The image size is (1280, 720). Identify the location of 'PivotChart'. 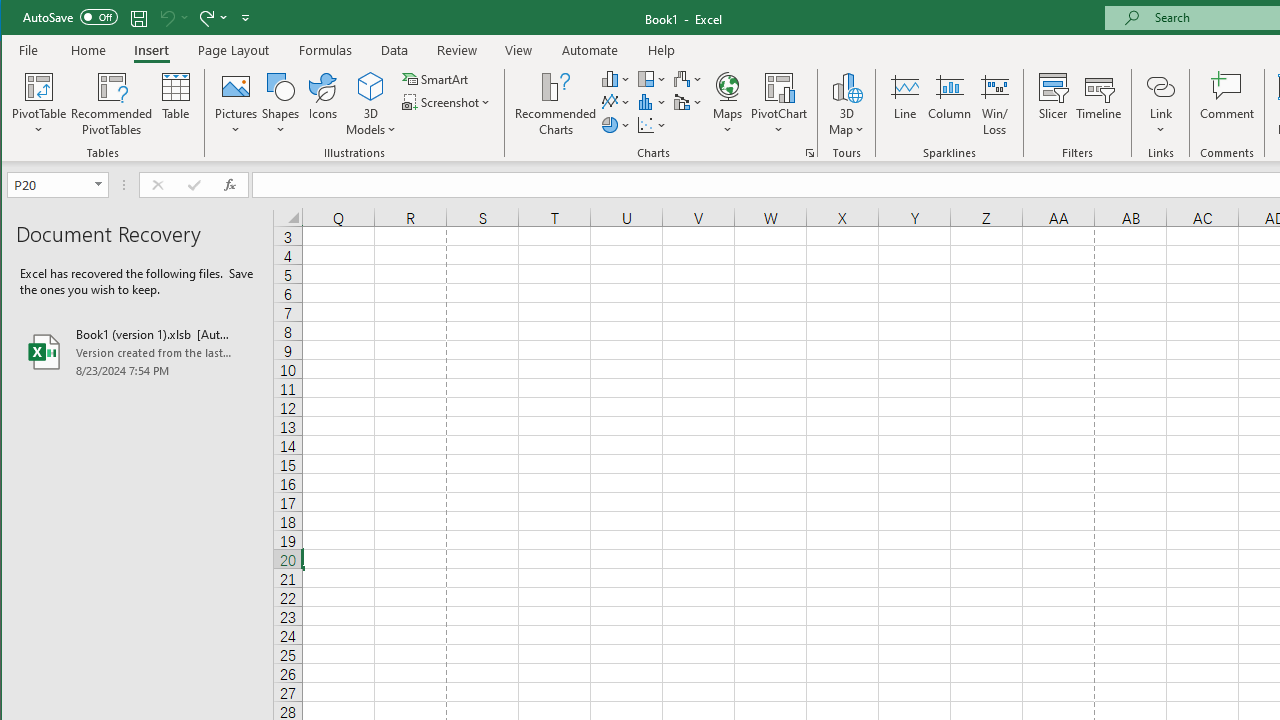
(778, 85).